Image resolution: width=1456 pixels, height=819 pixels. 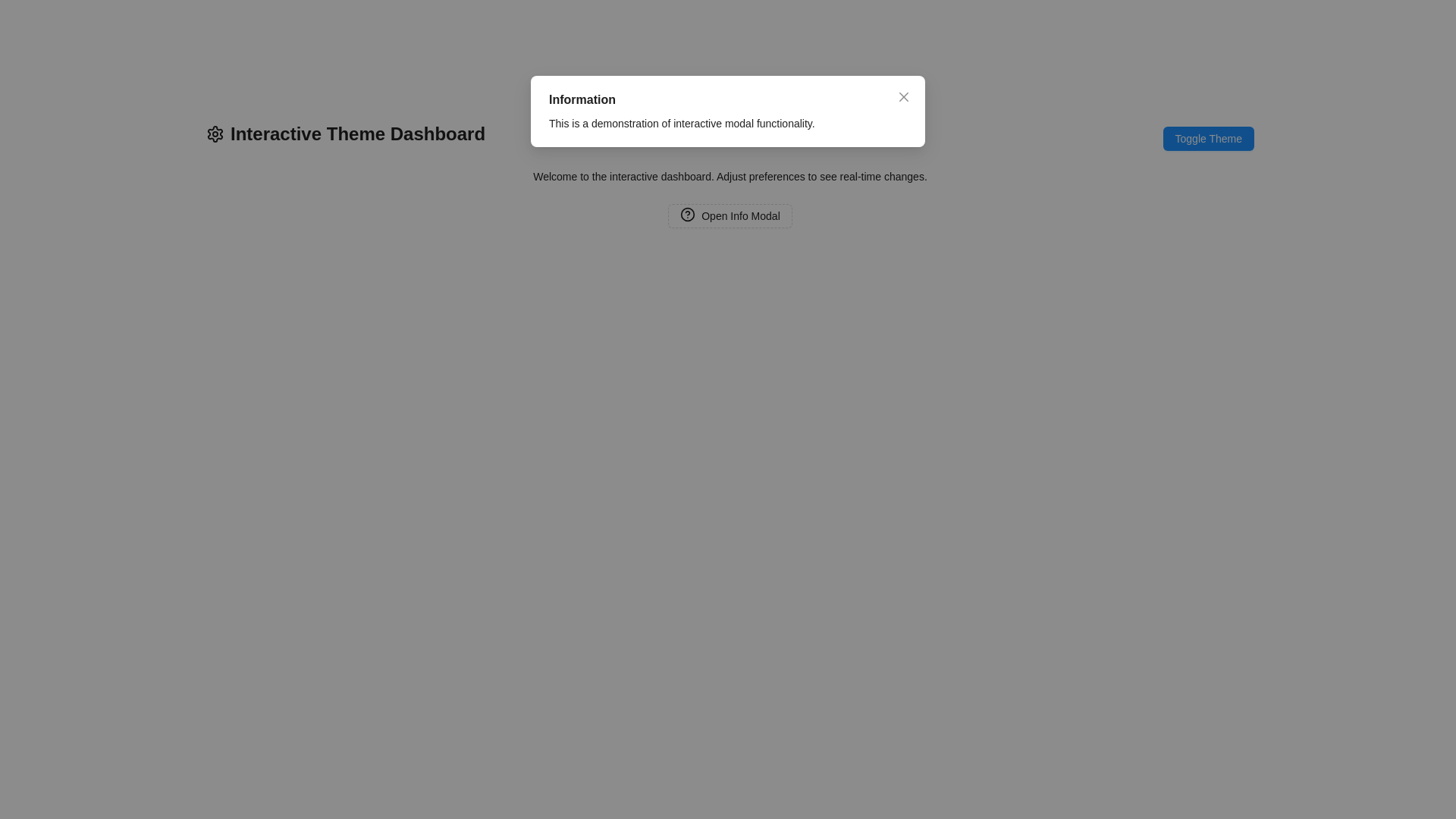 I want to click on the button with a dashed border labeled 'Open Info Modal', which includes a help icon, so click(x=730, y=216).